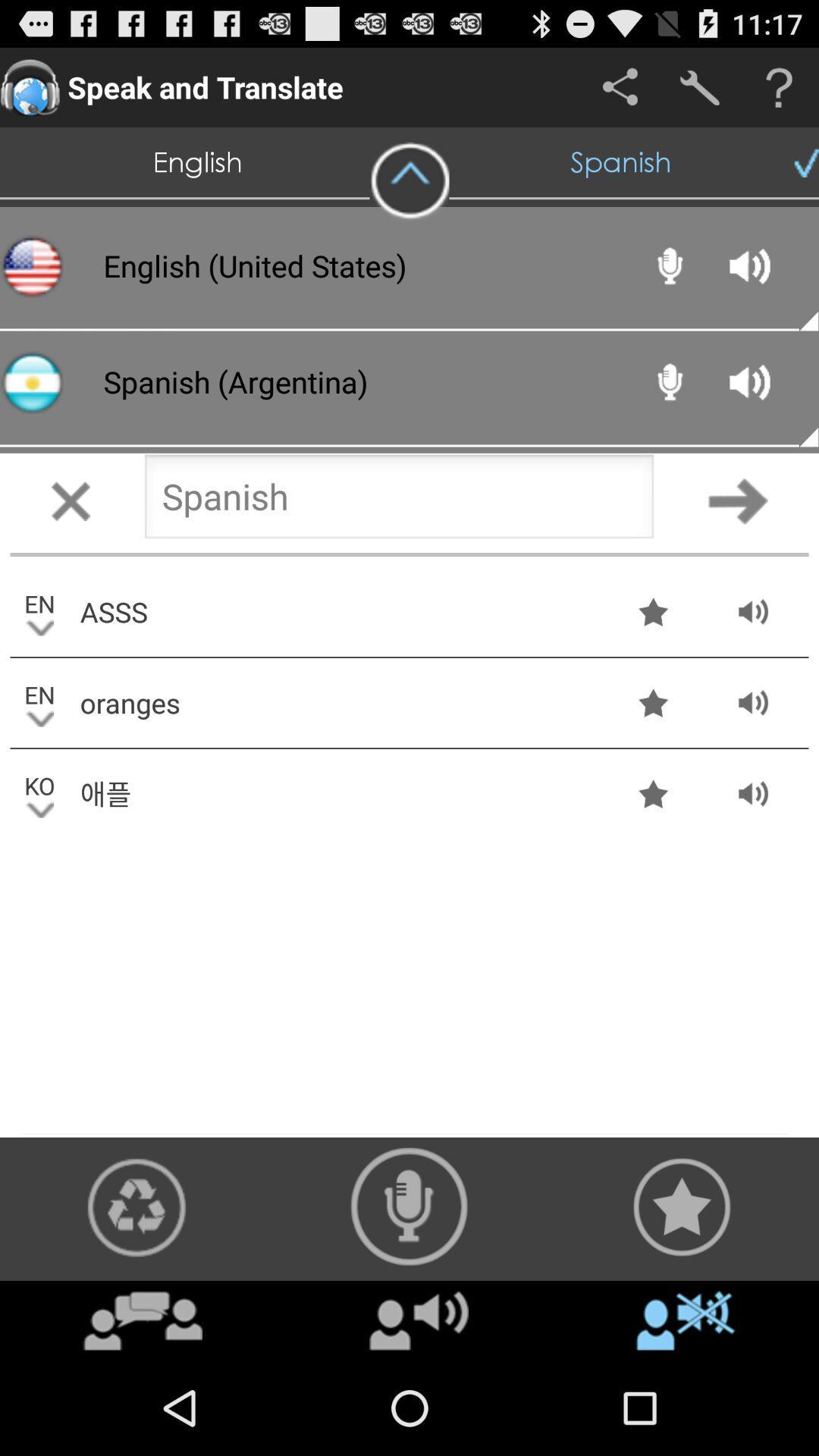 This screenshot has height=1456, width=819. What do you see at coordinates (136, 1206) in the screenshot?
I see `recycle icon` at bounding box center [136, 1206].